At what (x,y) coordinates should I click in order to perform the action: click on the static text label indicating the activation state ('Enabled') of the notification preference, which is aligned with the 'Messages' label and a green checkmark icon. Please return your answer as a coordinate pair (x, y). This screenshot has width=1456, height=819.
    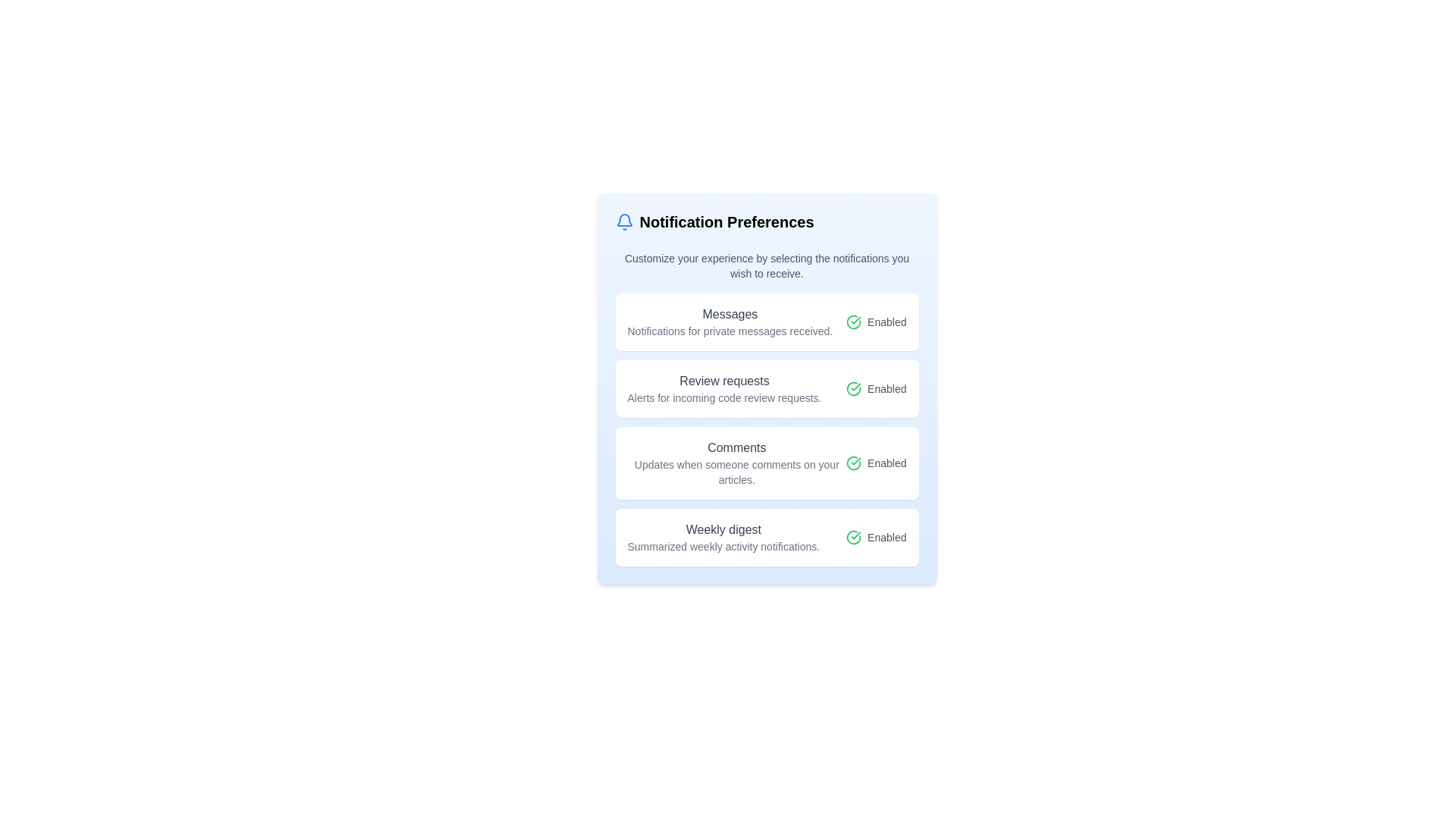
    Looking at the image, I should click on (886, 321).